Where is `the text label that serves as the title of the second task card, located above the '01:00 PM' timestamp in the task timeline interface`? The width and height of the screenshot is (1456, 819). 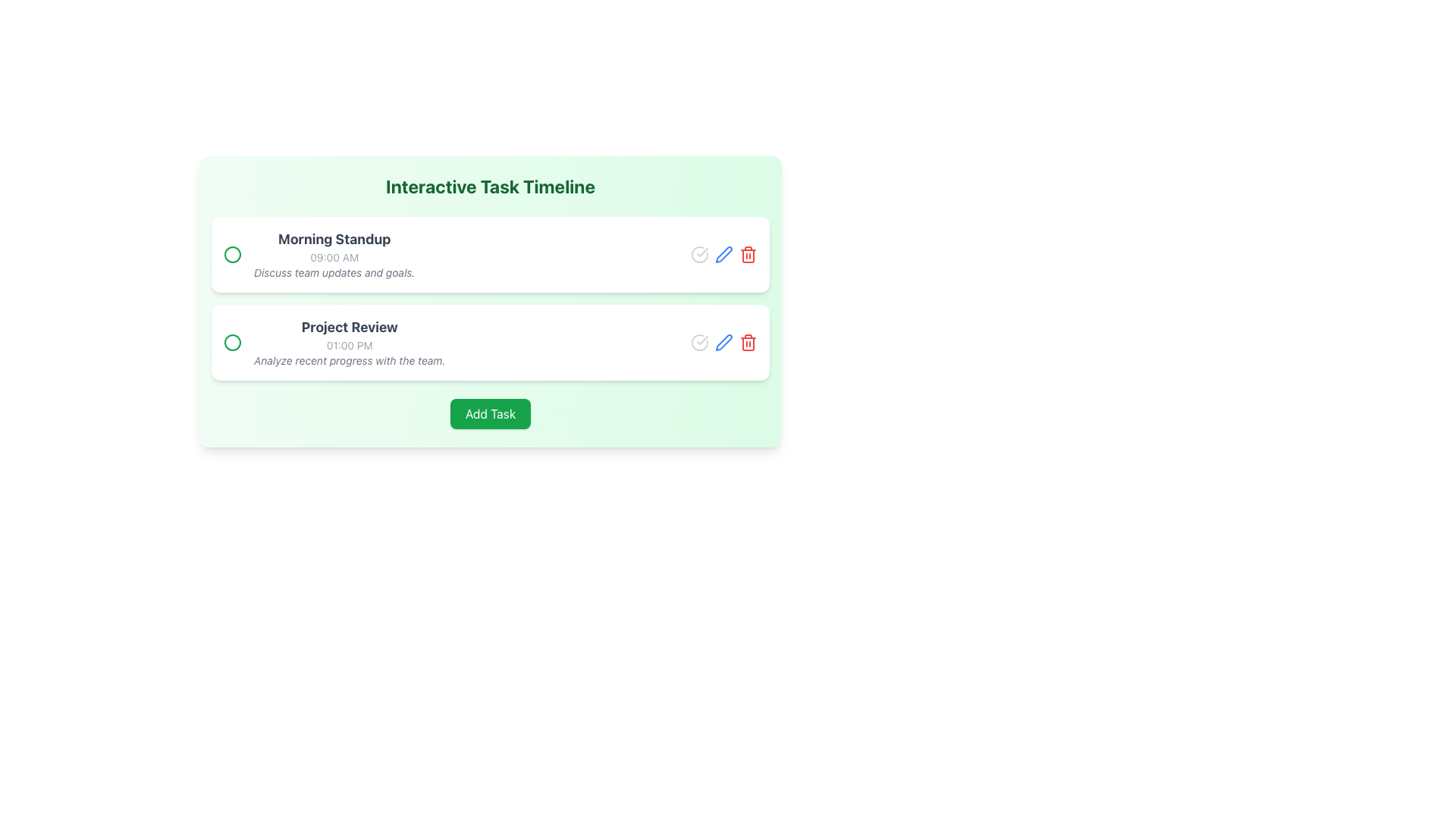
the text label that serves as the title of the second task card, located above the '01:00 PM' timestamp in the task timeline interface is located at coordinates (349, 327).